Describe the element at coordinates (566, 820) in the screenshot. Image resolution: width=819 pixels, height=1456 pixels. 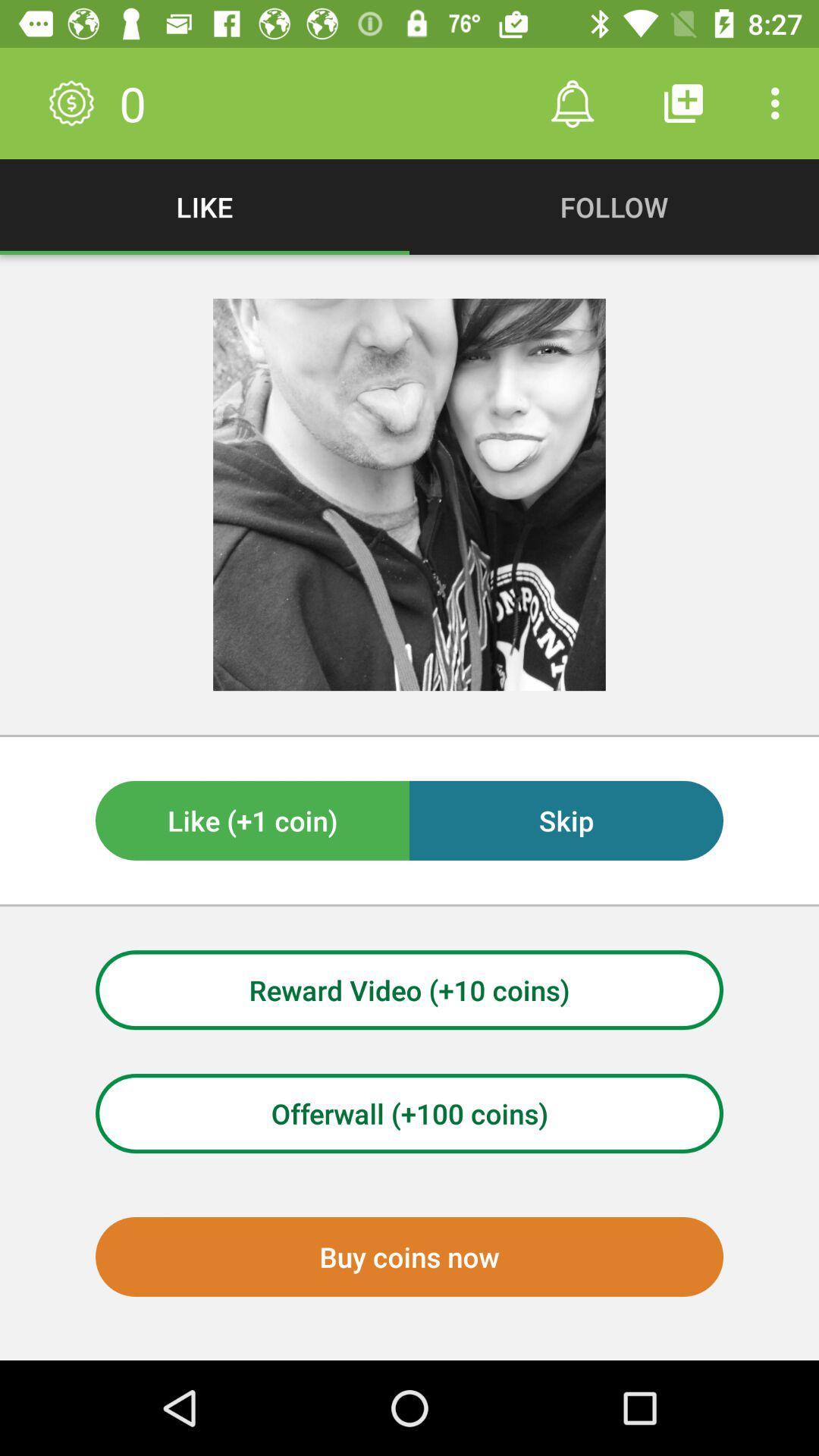
I see `the icon on the right` at that location.